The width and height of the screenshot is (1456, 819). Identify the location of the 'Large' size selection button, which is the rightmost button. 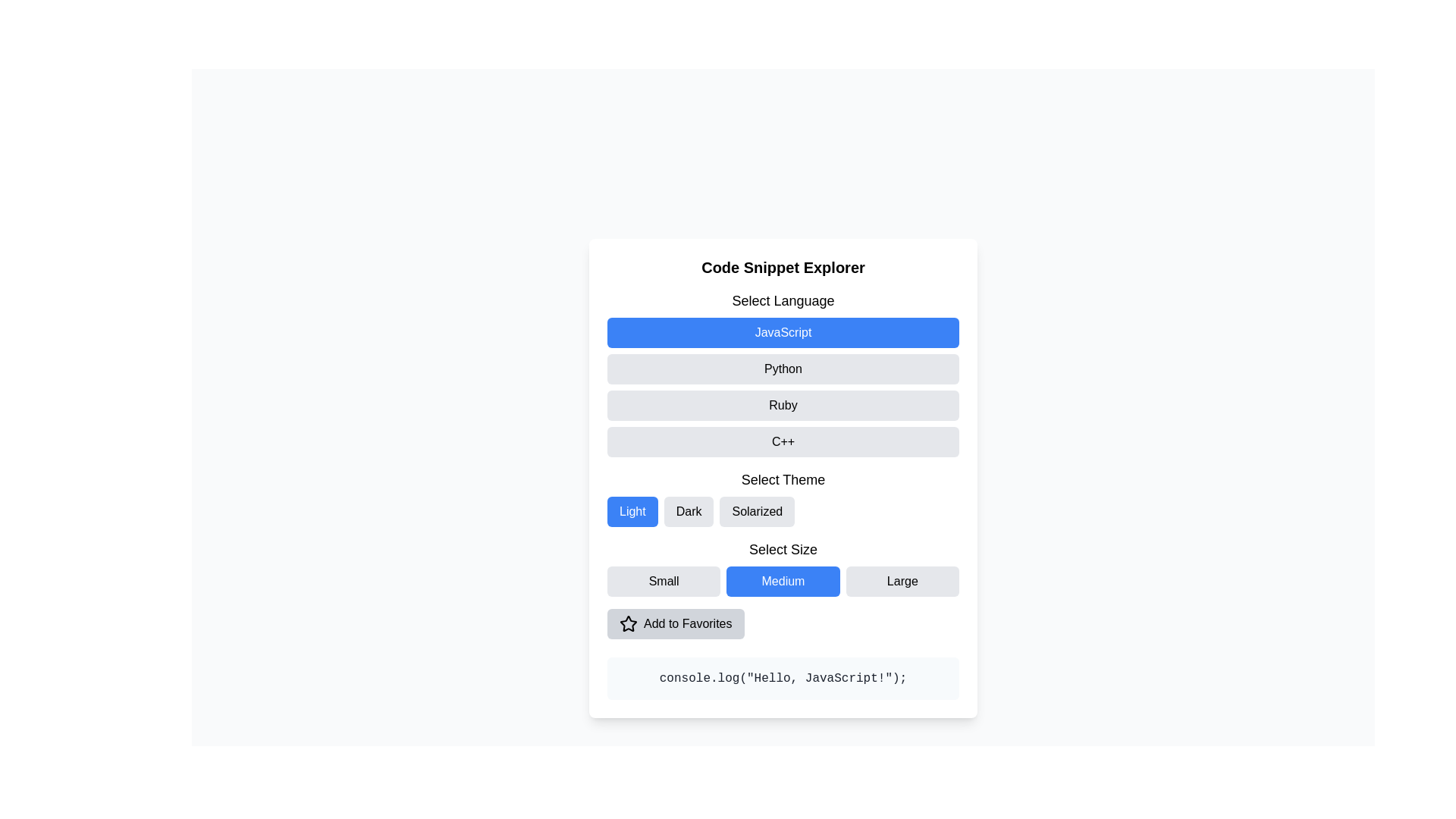
(902, 581).